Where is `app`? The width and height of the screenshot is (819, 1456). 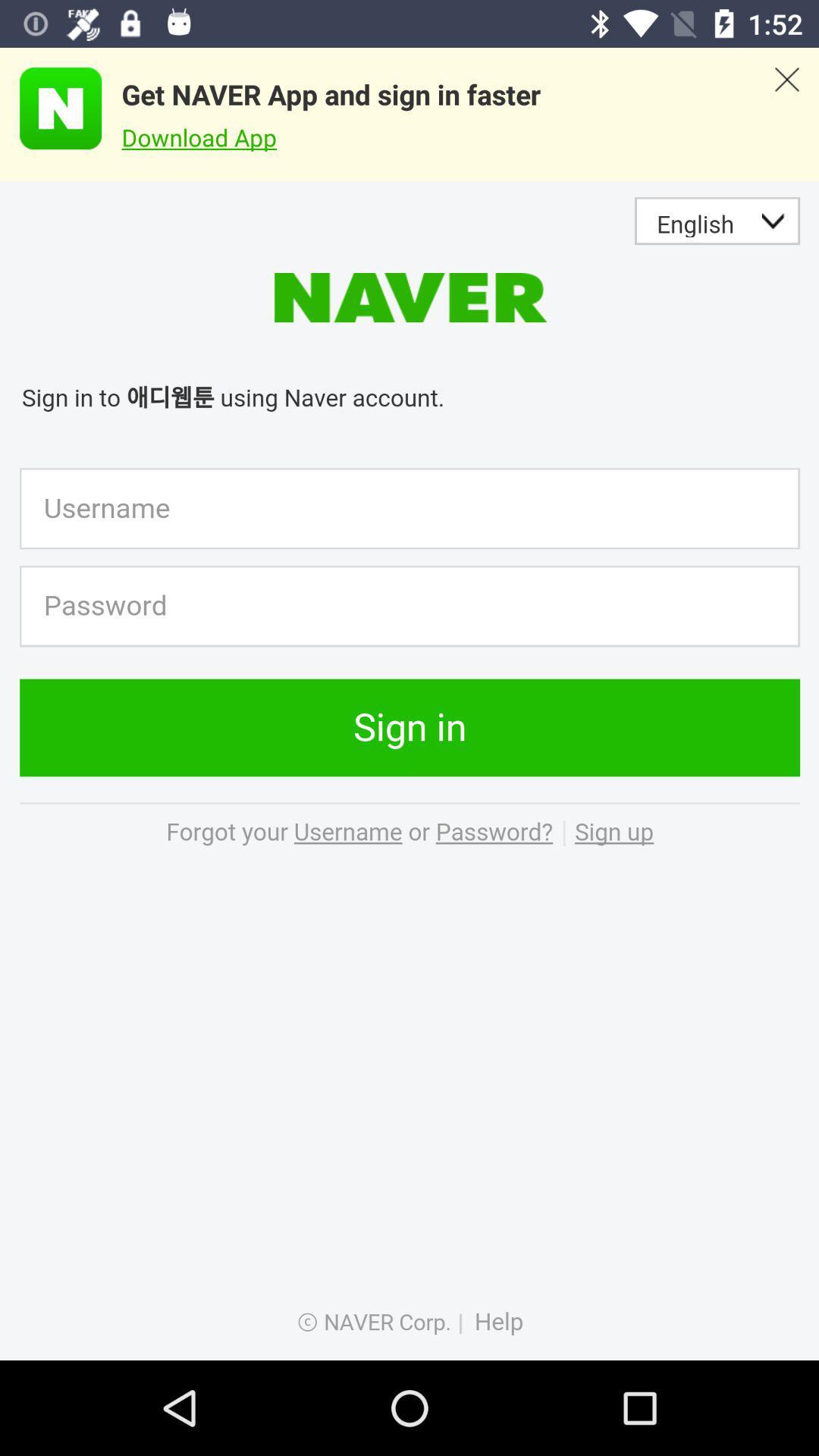
app is located at coordinates (50, 108).